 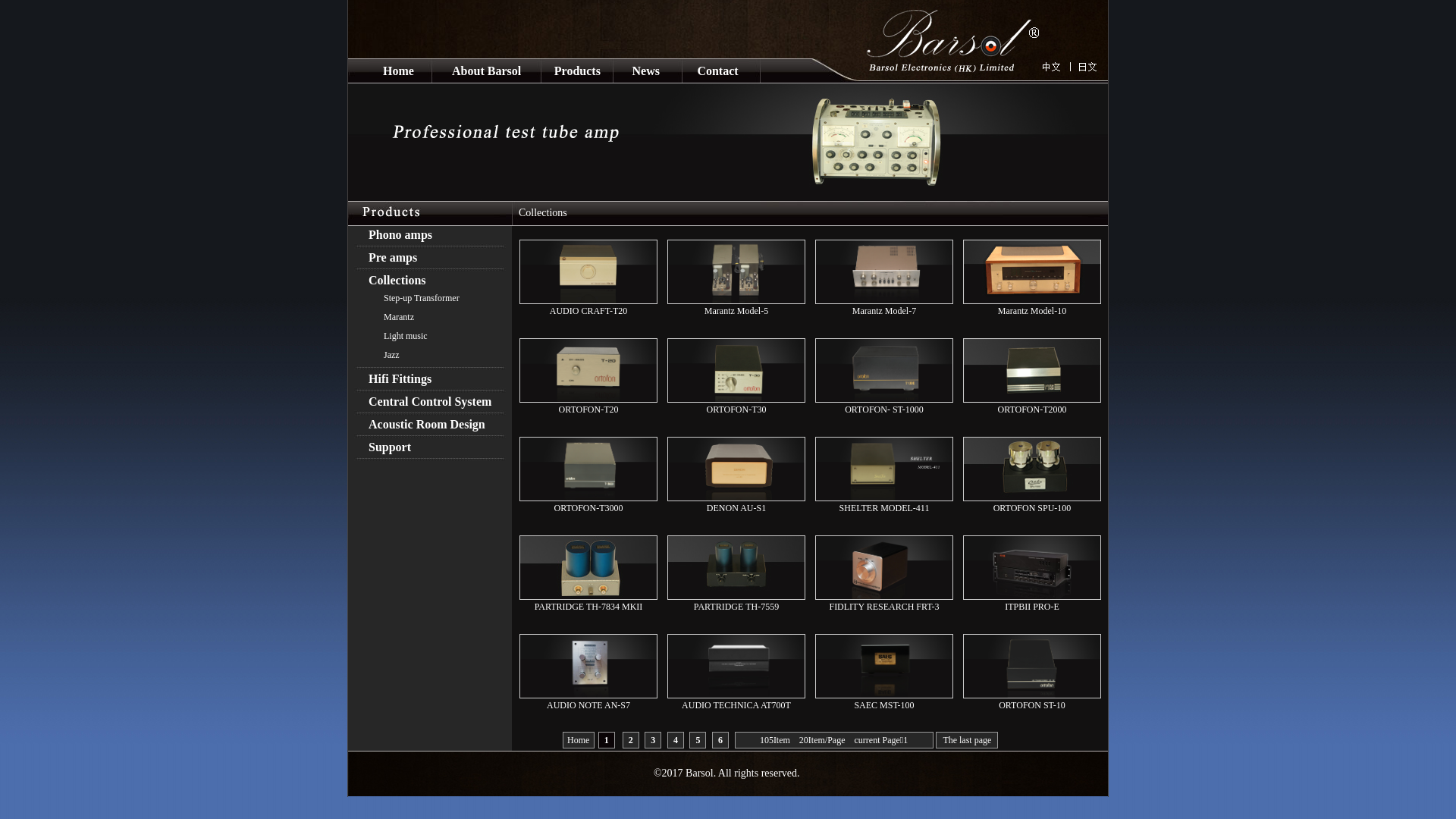 What do you see at coordinates (428, 424) in the screenshot?
I see `'Acoustic Room Design'` at bounding box center [428, 424].